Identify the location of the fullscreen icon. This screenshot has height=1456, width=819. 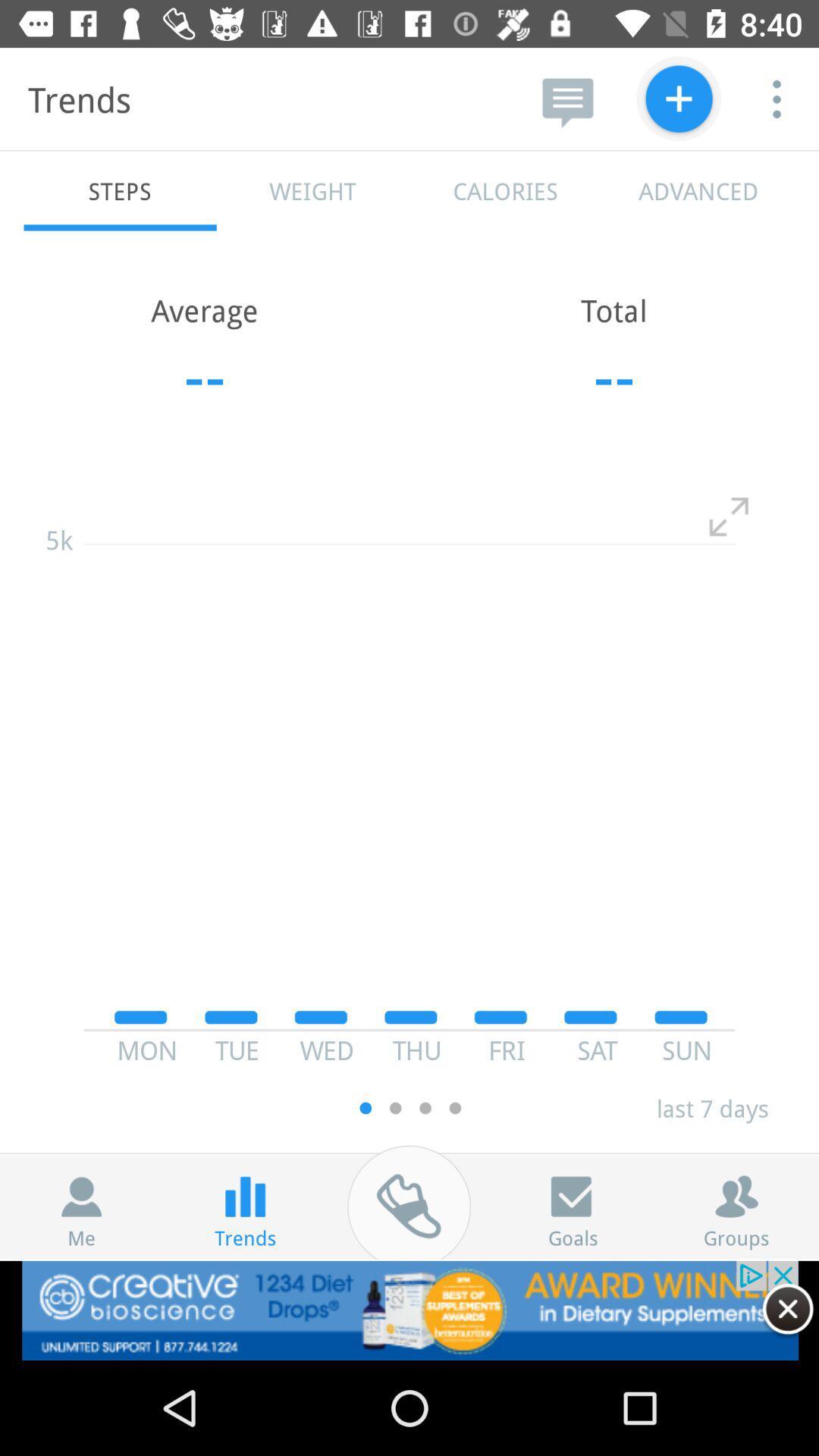
(728, 516).